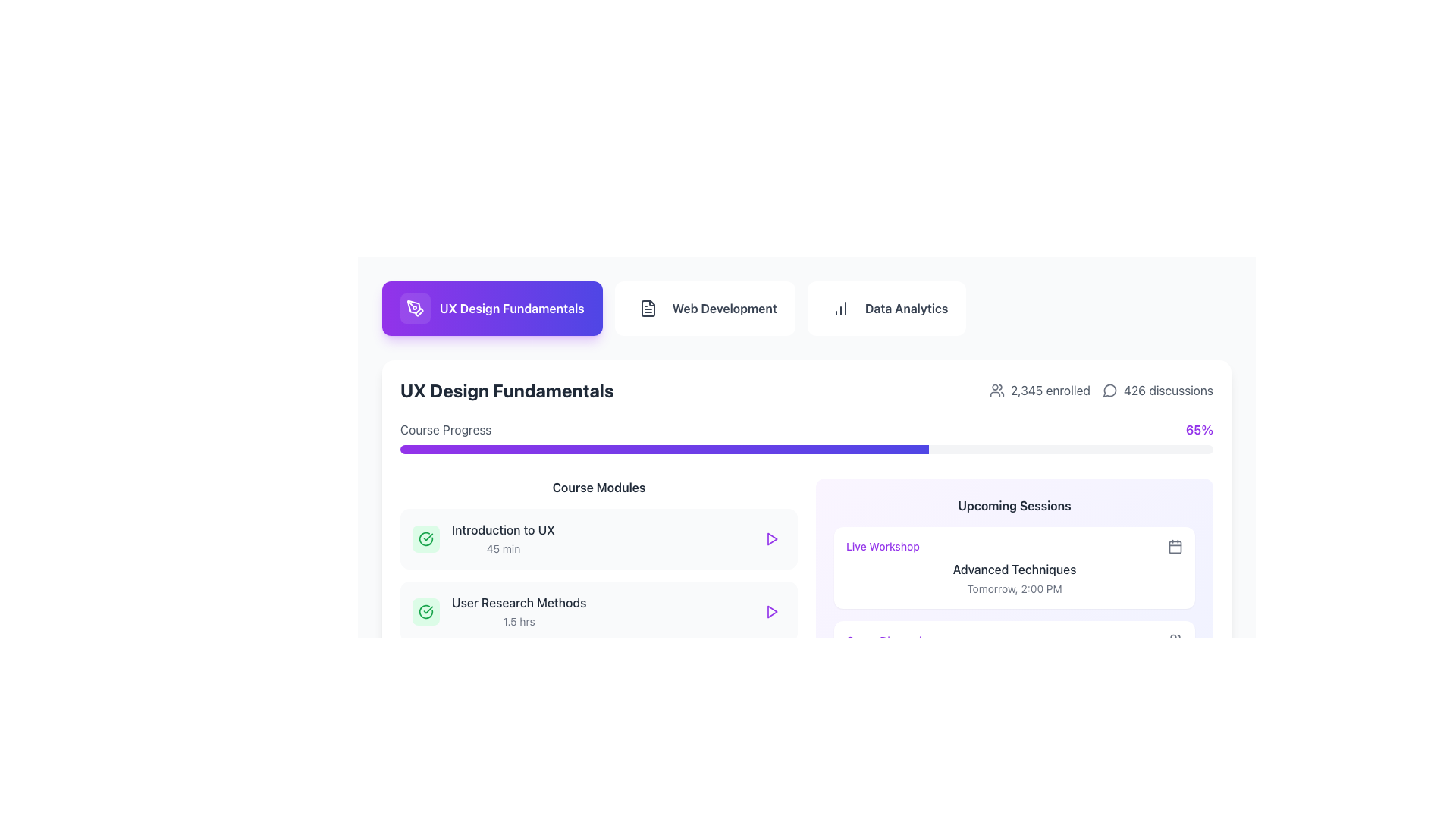 This screenshot has width=1456, height=819. Describe the element at coordinates (723, 308) in the screenshot. I see `the right-most label element that indicates the content or context of the current view or section` at that location.